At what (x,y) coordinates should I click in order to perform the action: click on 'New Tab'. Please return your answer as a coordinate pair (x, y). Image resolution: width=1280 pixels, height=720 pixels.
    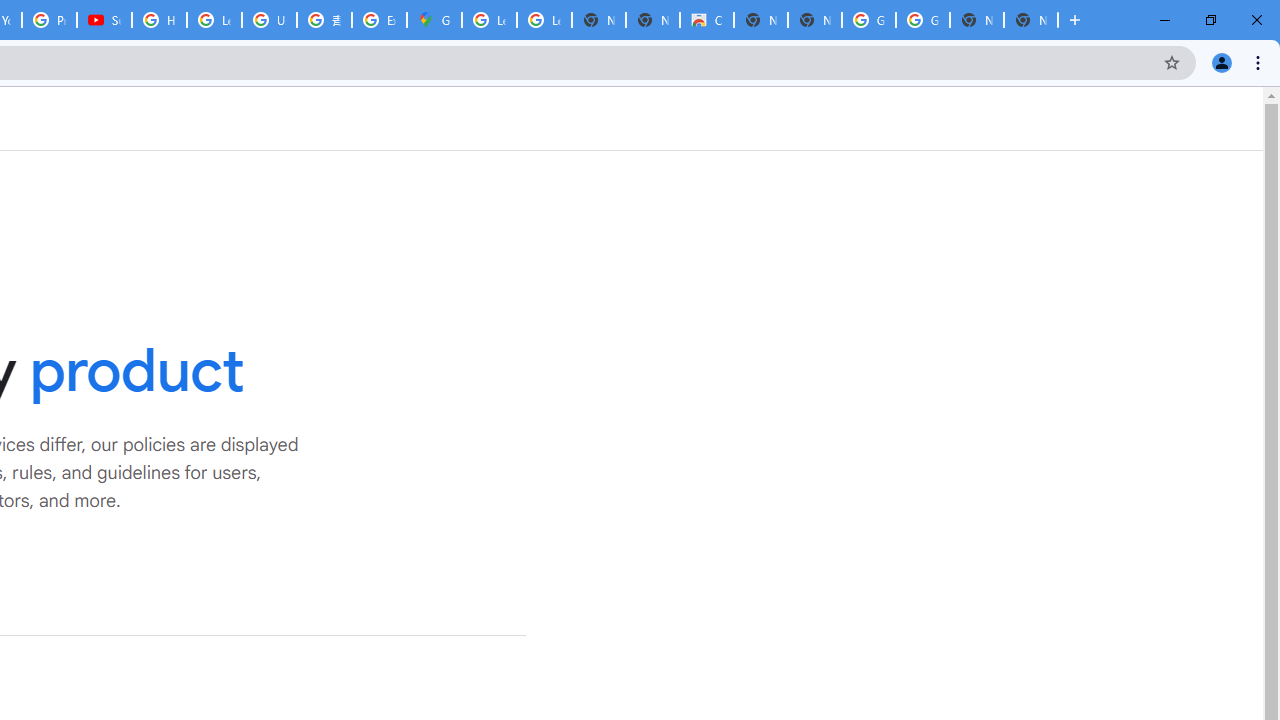
    Looking at the image, I should click on (1031, 20).